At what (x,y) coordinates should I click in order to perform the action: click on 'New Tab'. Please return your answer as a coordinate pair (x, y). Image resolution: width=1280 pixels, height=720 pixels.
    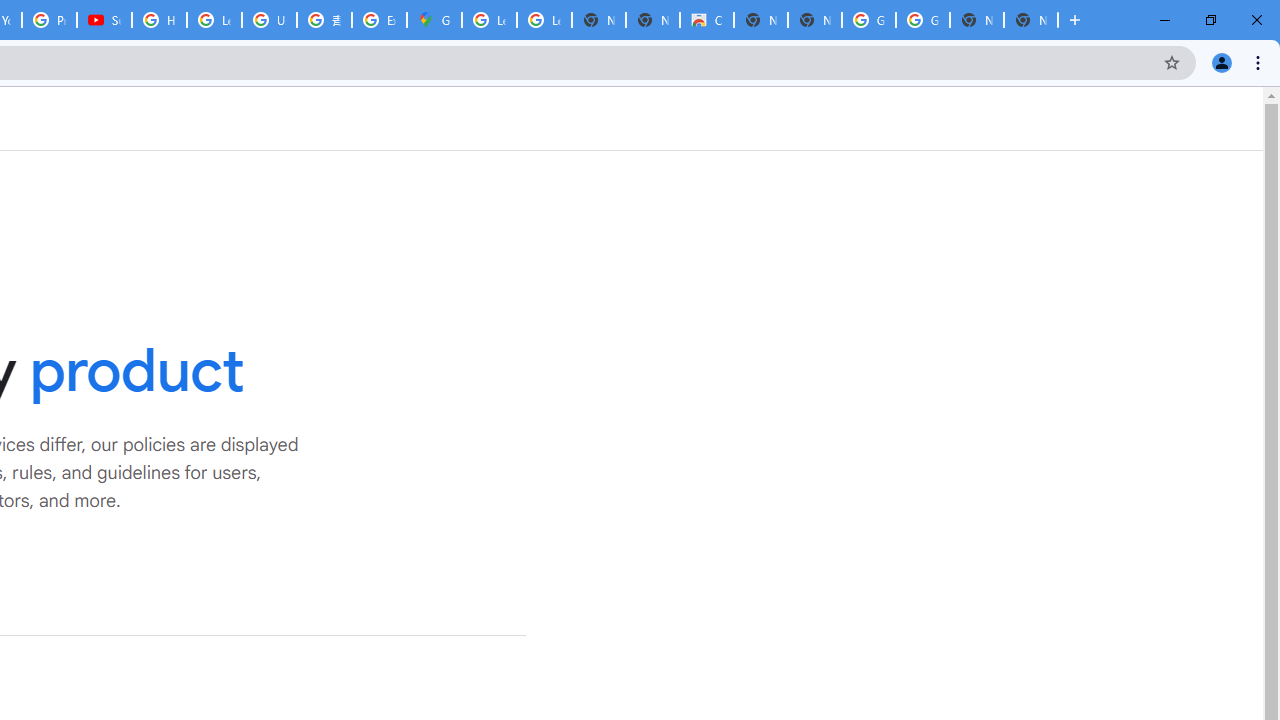
    Looking at the image, I should click on (1031, 20).